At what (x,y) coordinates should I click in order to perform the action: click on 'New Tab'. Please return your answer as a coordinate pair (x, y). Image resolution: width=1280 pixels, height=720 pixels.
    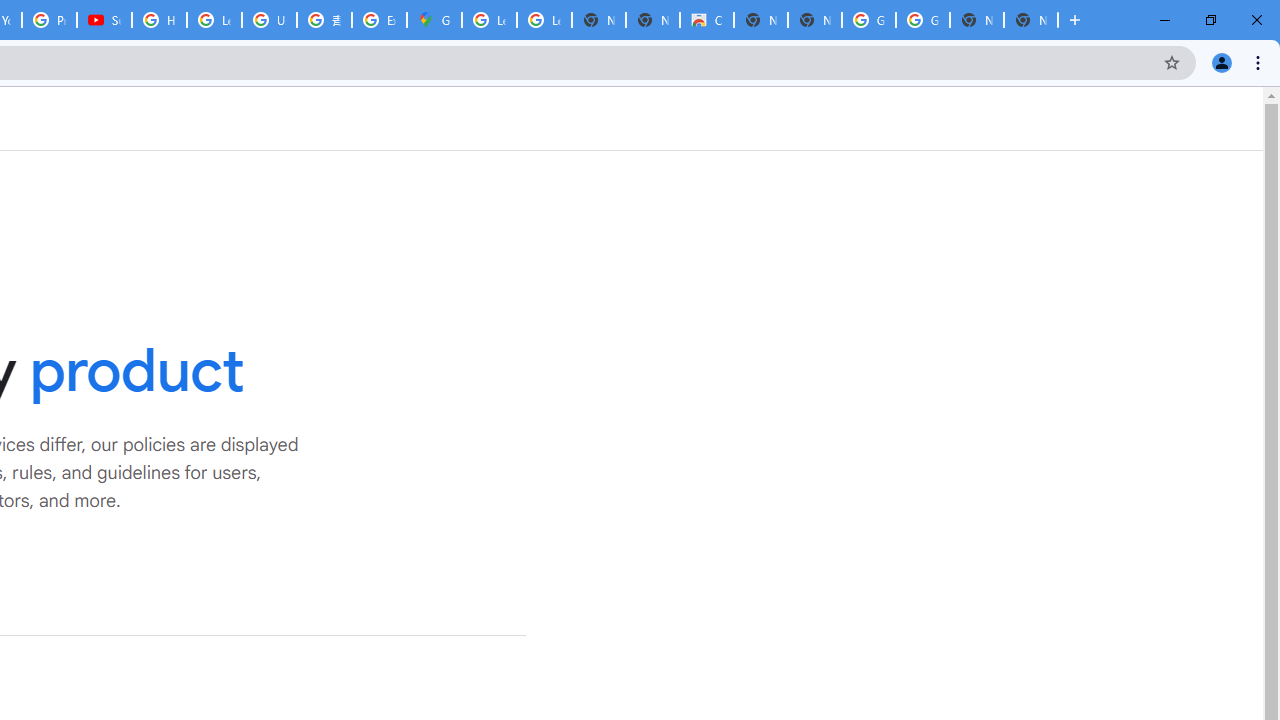
    Looking at the image, I should click on (1031, 20).